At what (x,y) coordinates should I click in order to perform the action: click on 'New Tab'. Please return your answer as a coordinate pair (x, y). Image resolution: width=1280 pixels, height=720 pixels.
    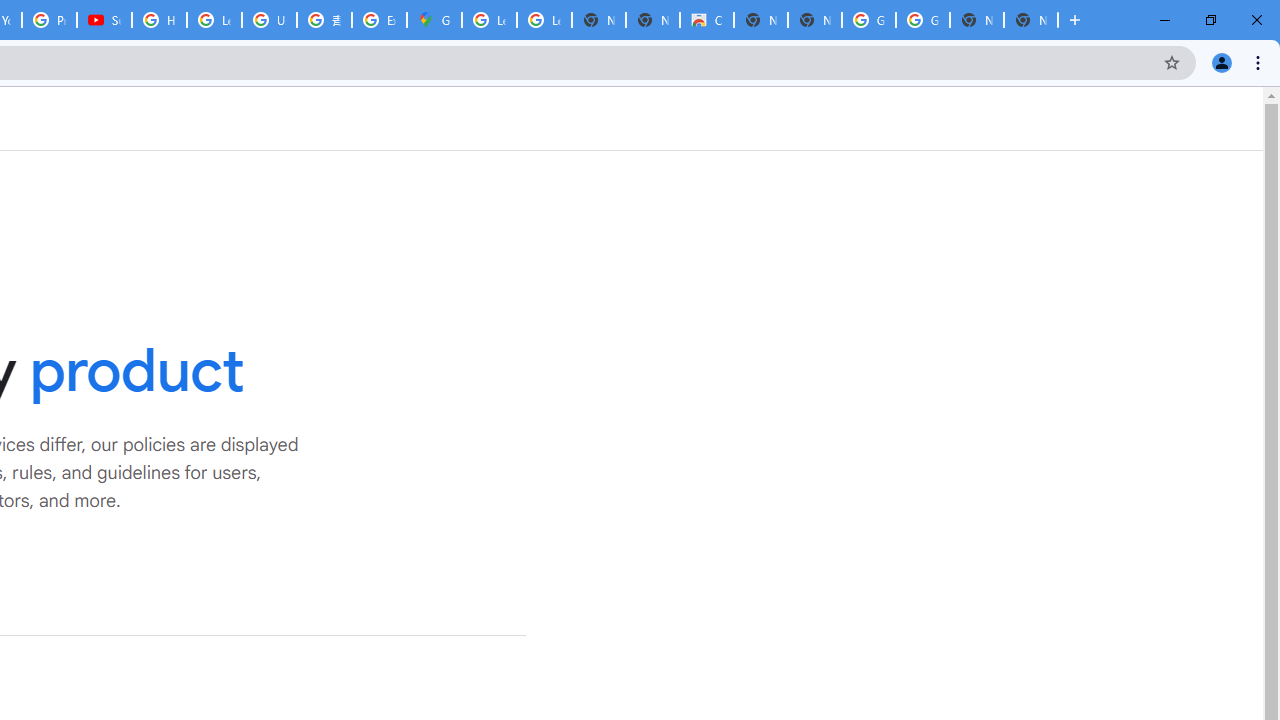
    Looking at the image, I should click on (1031, 20).